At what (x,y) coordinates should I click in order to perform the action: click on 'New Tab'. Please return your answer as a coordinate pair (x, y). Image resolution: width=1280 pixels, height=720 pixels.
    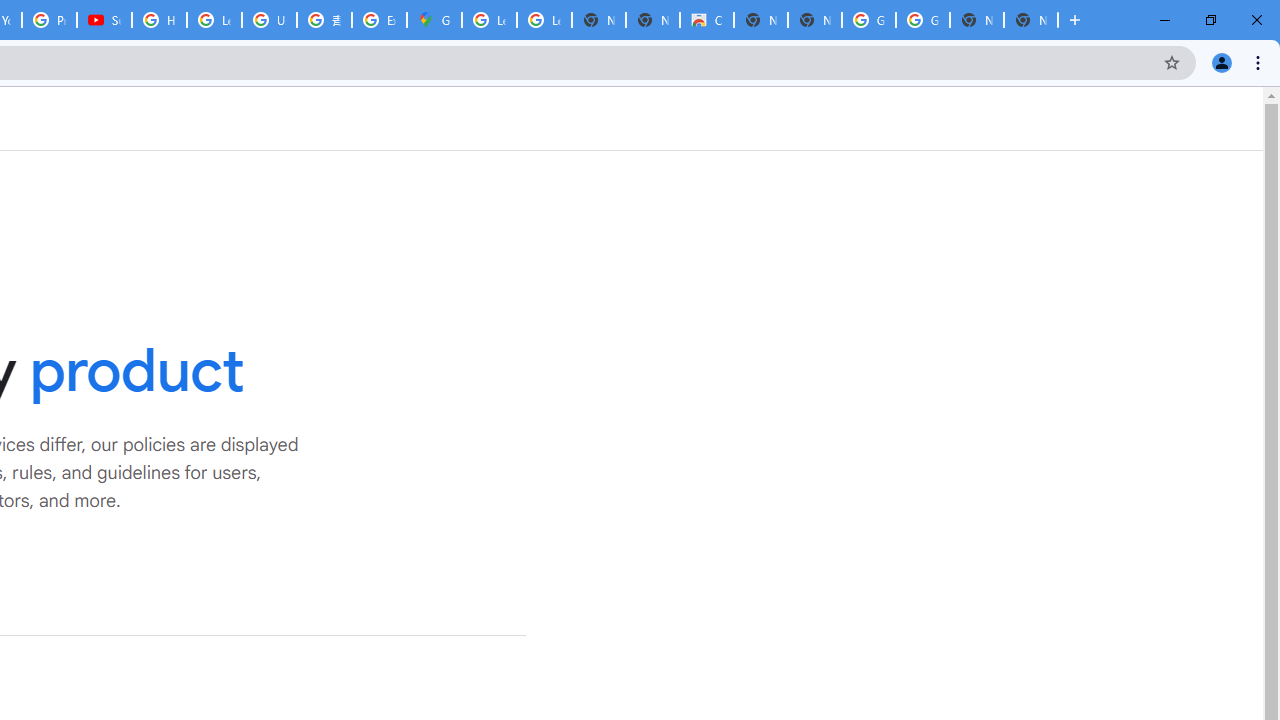
    Looking at the image, I should click on (1031, 20).